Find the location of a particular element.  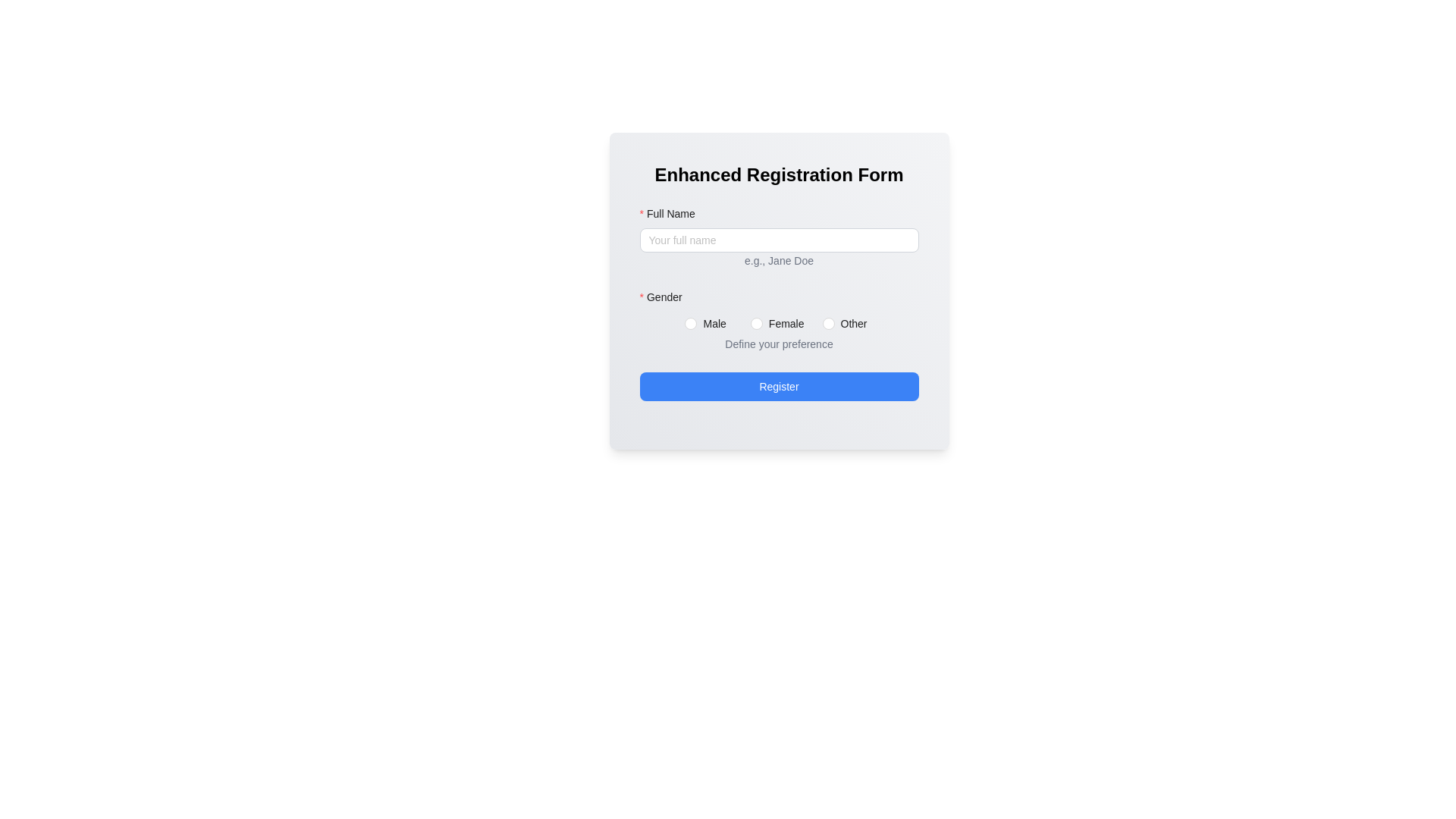

the text label that provides guidance for the 'Full Name' input field, which is located directly beneath the input field in the registration form is located at coordinates (779, 259).